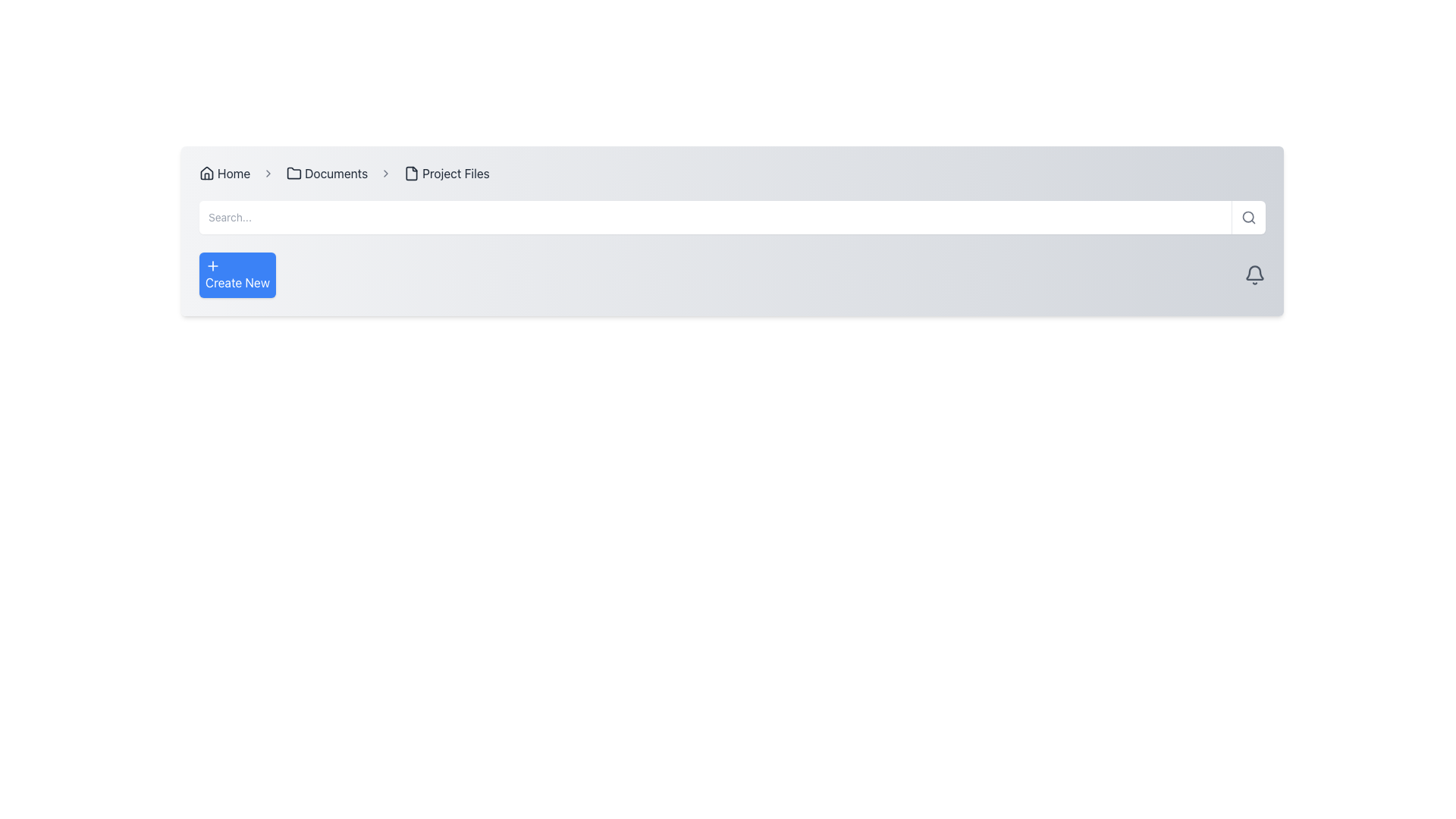 This screenshot has height=819, width=1456. What do you see at coordinates (294, 172) in the screenshot?
I see `the folder icon located to the left of the 'Documents' label in the navigation bar` at bounding box center [294, 172].